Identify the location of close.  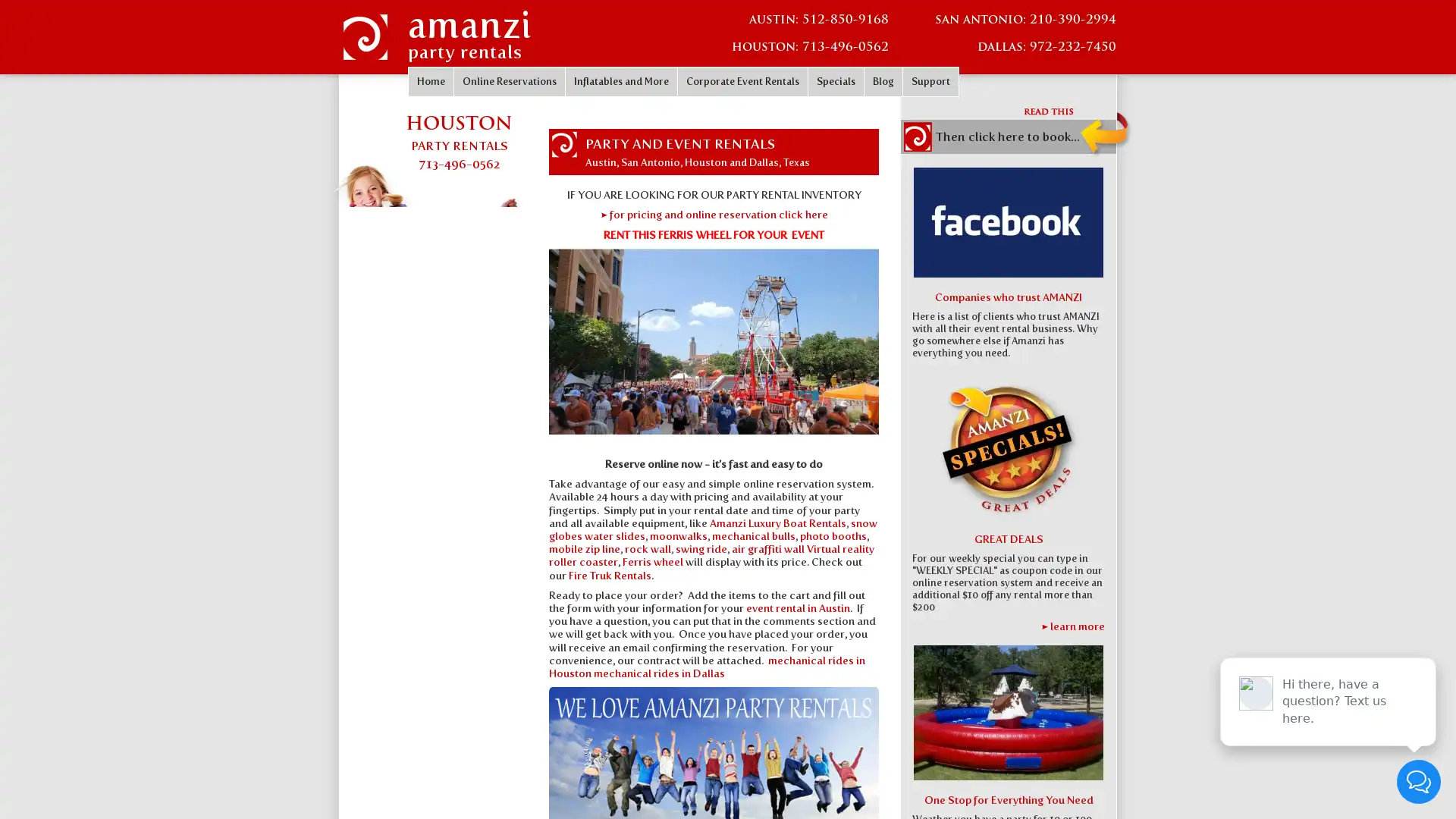
(1410, 643).